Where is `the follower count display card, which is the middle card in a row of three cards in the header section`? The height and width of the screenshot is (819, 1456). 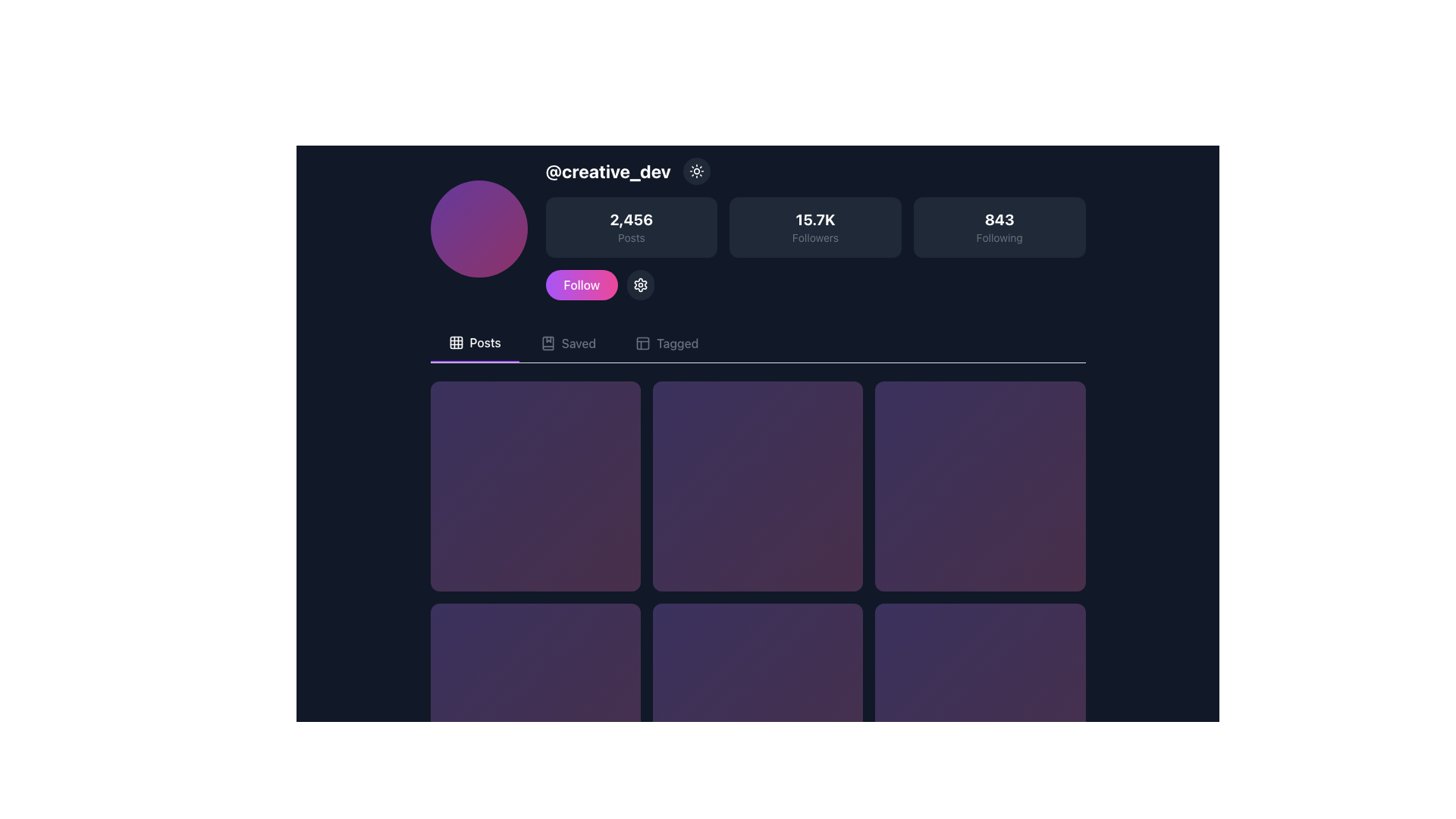 the follower count display card, which is the middle card in a row of three cards in the header section is located at coordinates (814, 228).